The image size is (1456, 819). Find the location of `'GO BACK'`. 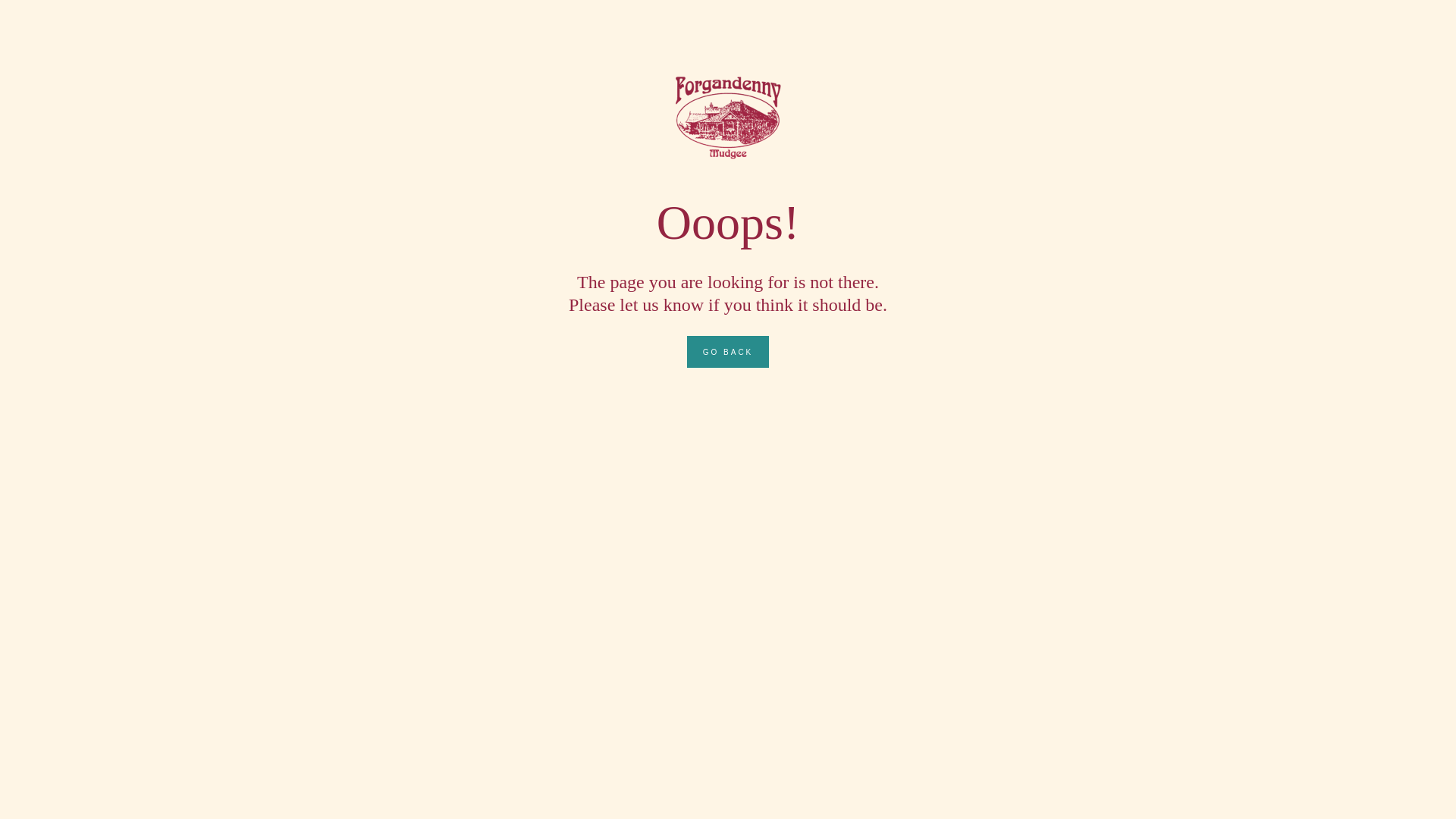

'GO BACK' is located at coordinates (686, 351).